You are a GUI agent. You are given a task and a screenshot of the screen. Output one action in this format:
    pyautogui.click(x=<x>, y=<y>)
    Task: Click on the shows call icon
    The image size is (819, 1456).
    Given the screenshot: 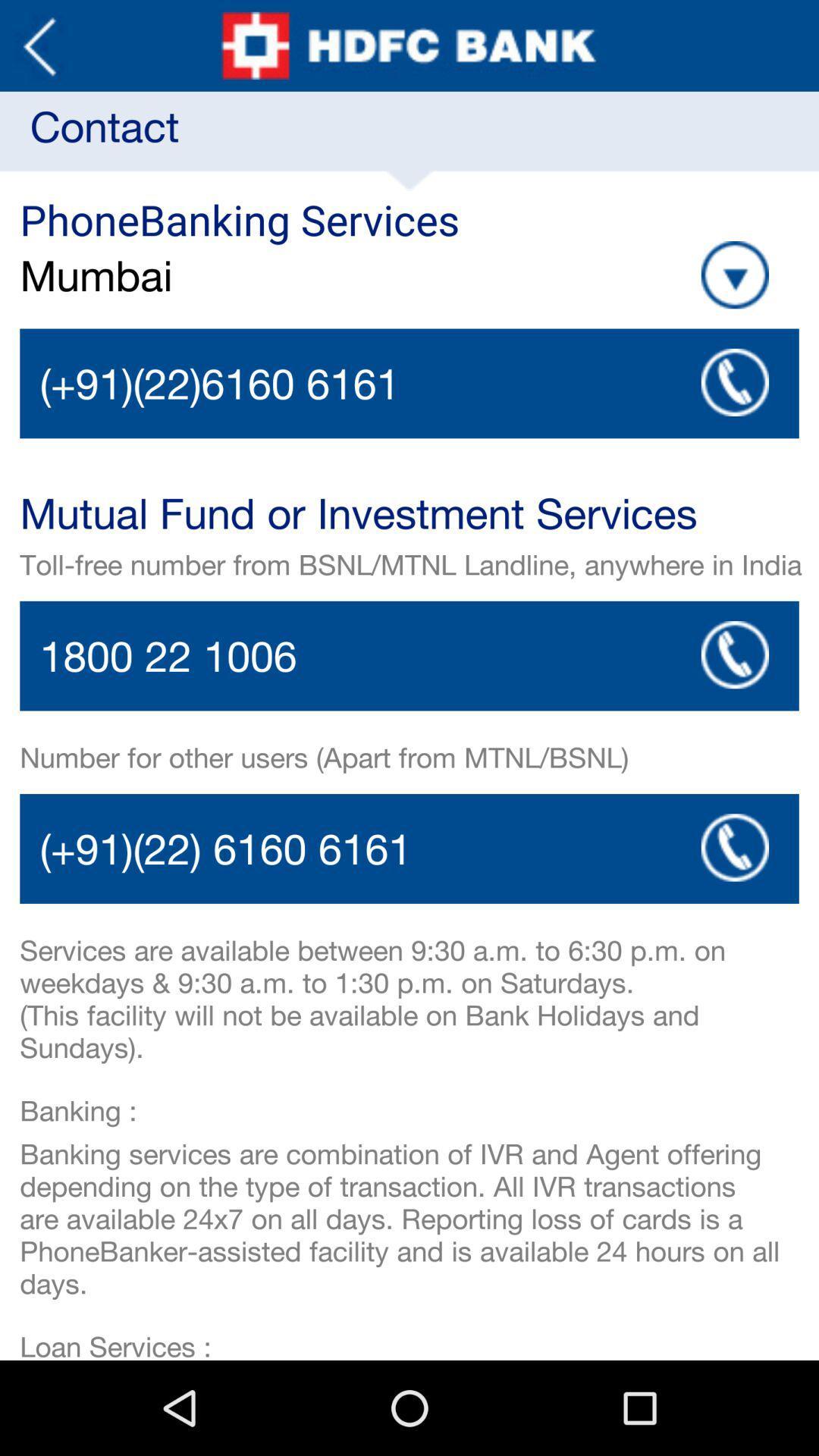 What is the action you would take?
    pyautogui.click(x=734, y=846)
    